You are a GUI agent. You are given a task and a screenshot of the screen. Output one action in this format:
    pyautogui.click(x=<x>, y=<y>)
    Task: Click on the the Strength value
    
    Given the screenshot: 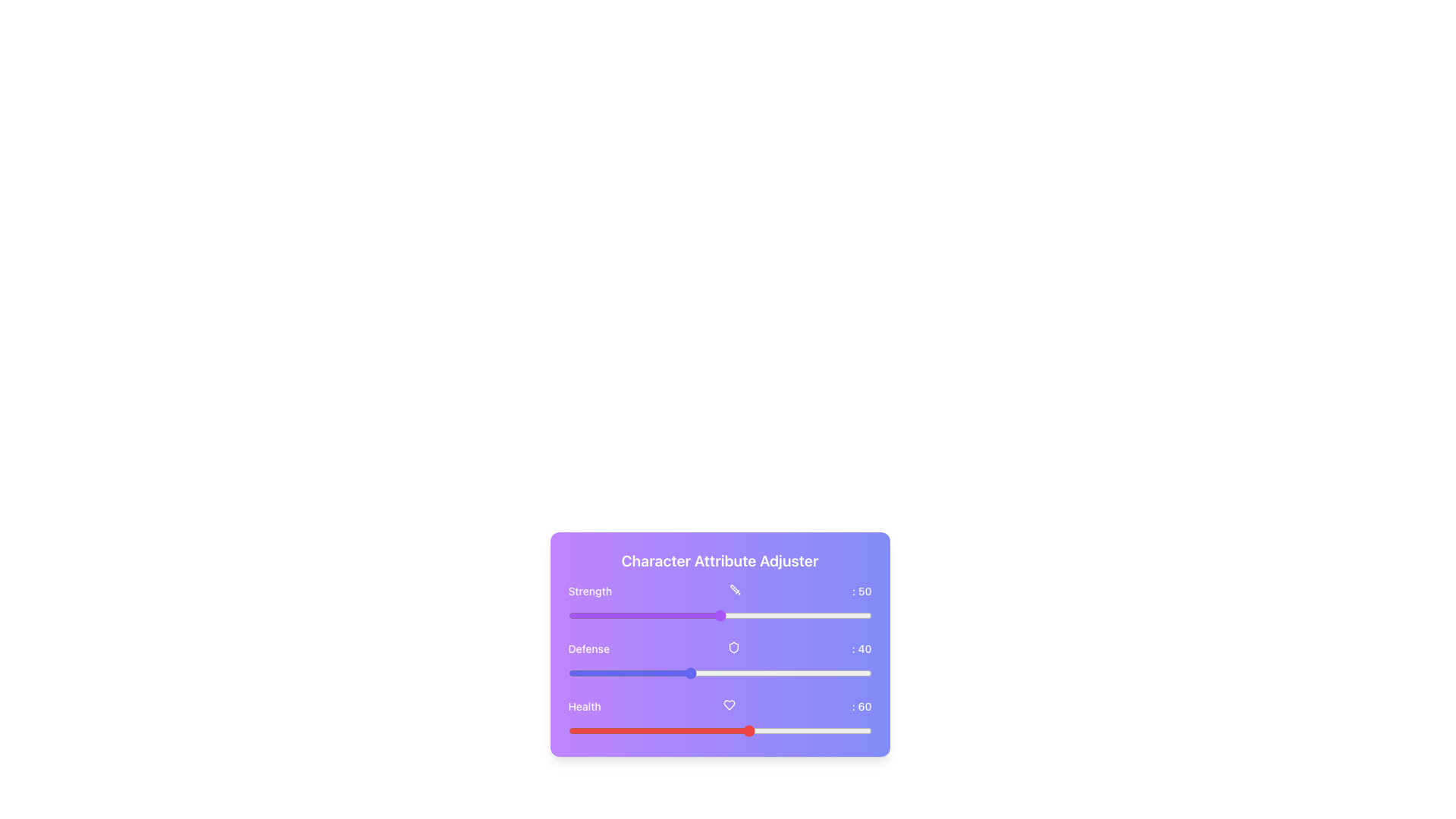 What is the action you would take?
    pyautogui.click(x=865, y=616)
    